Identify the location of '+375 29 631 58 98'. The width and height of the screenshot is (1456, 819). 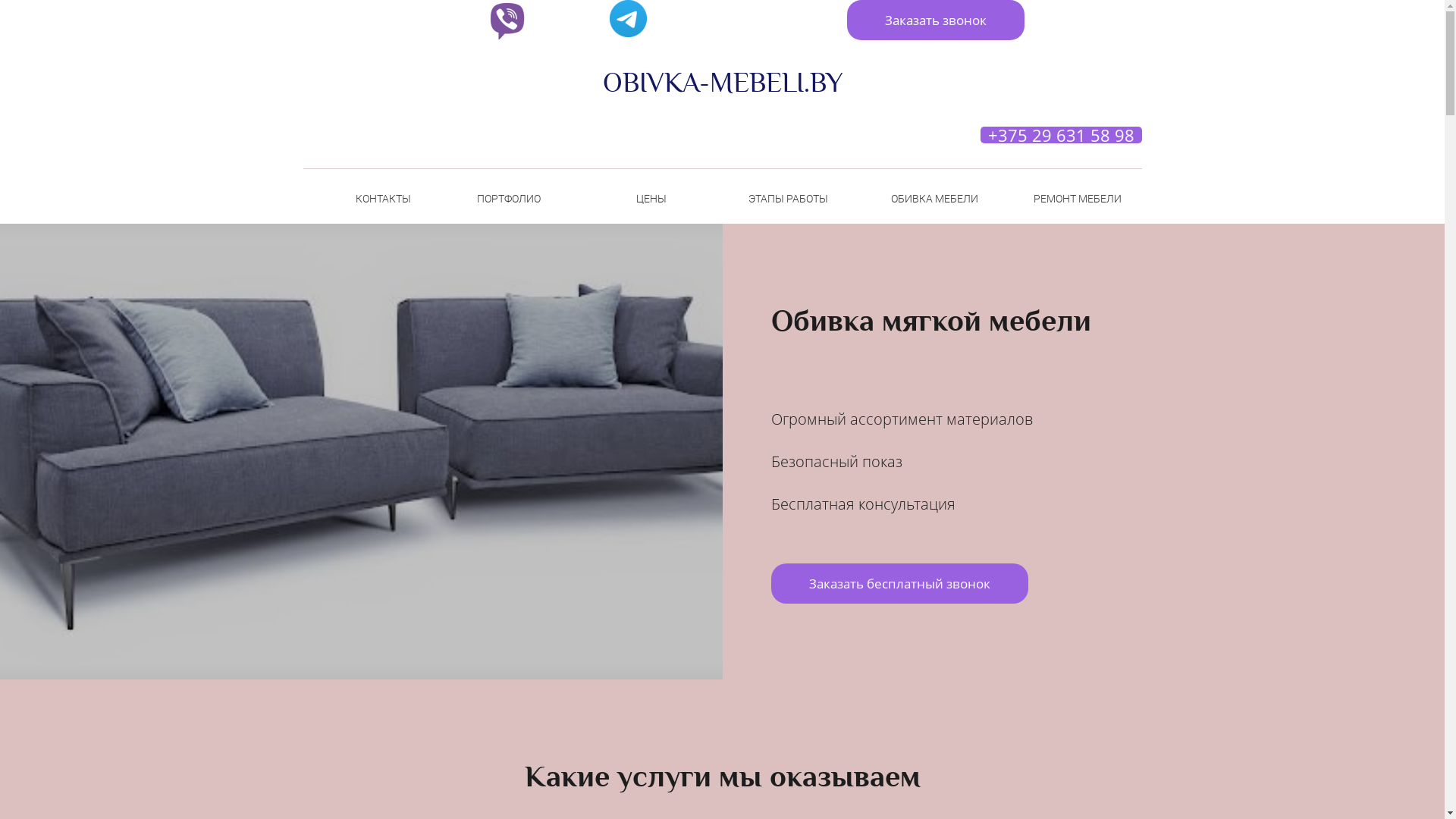
(1059, 133).